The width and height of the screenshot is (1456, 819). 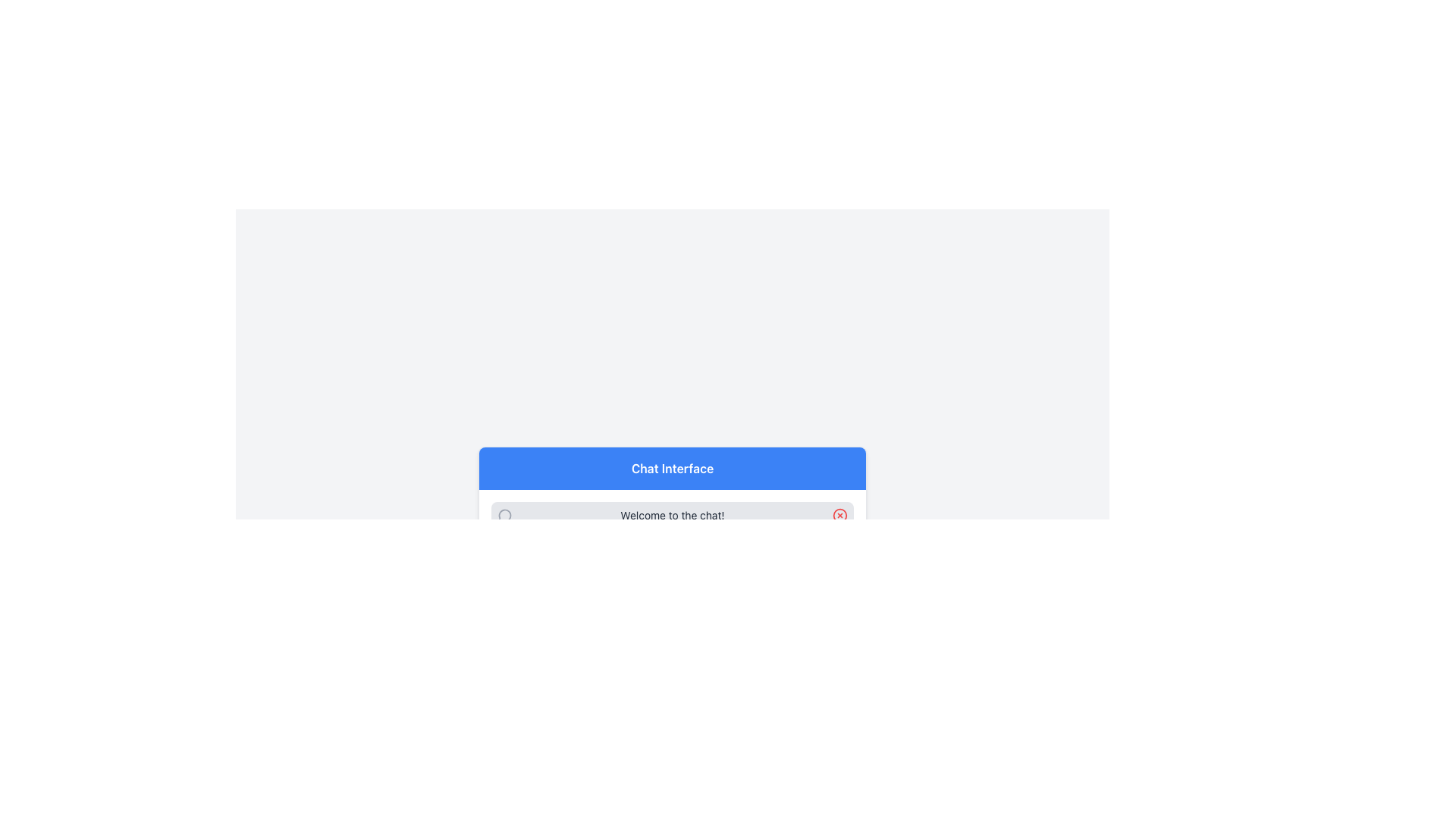 I want to click on the circular icon element located to the right of the 'Welcome to the chat!' message, which serves as a decorative or indicative component within the chat interface, so click(x=839, y=514).